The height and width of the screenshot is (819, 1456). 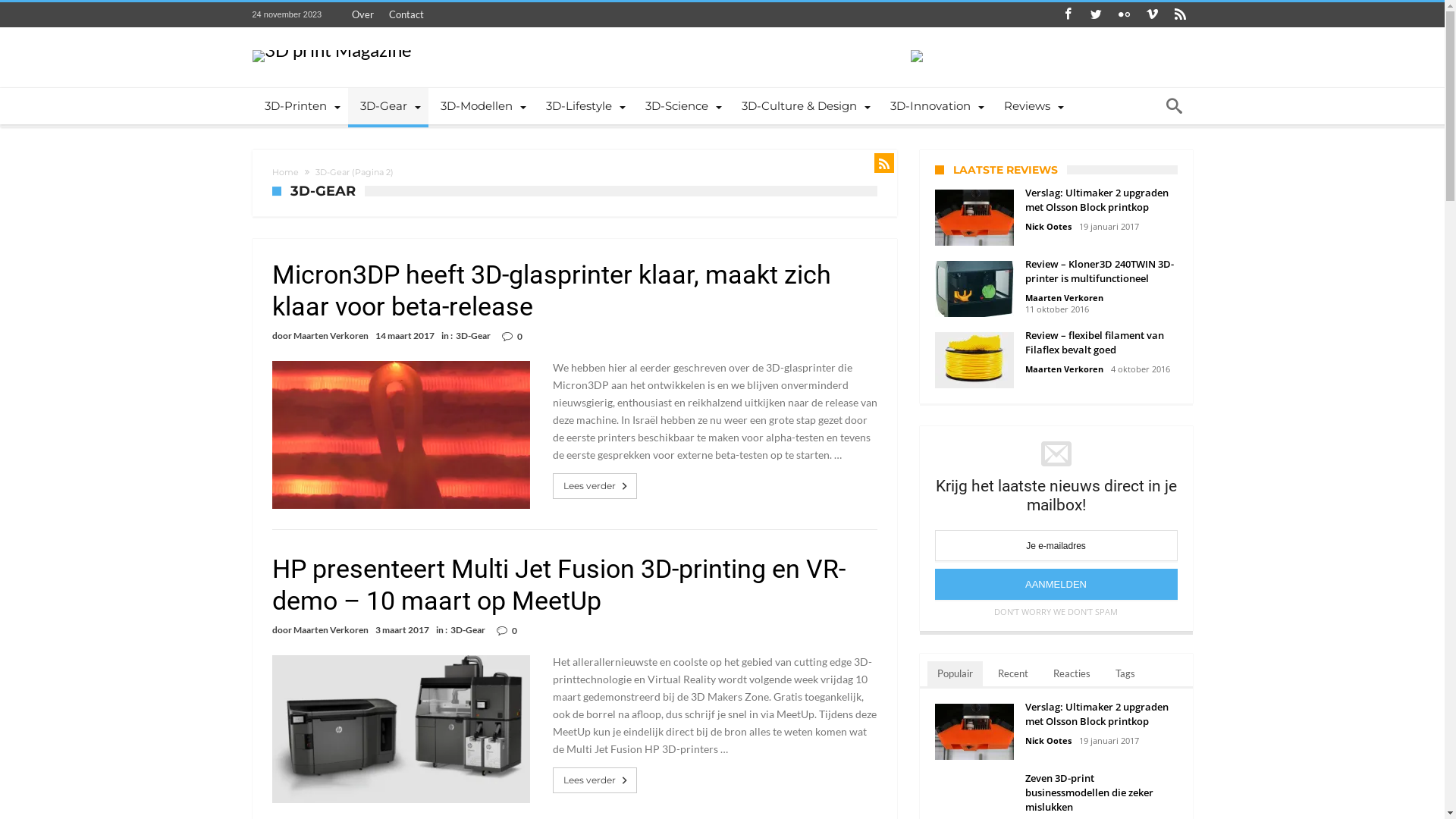 What do you see at coordinates (330, 49) in the screenshot?
I see `'3D print Magazine'` at bounding box center [330, 49].